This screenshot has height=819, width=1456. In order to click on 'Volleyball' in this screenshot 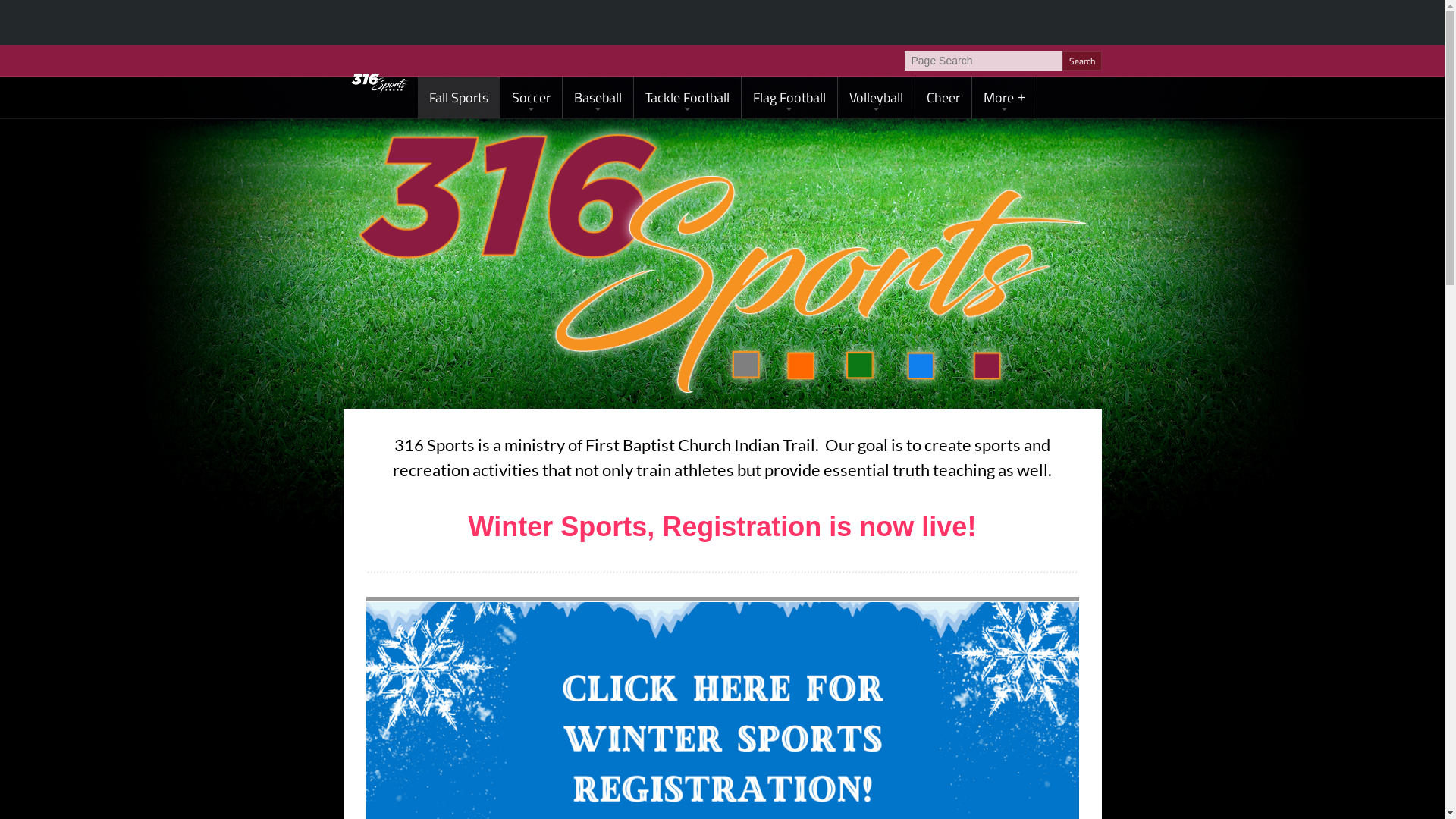, I will do `click(875, 97)`.